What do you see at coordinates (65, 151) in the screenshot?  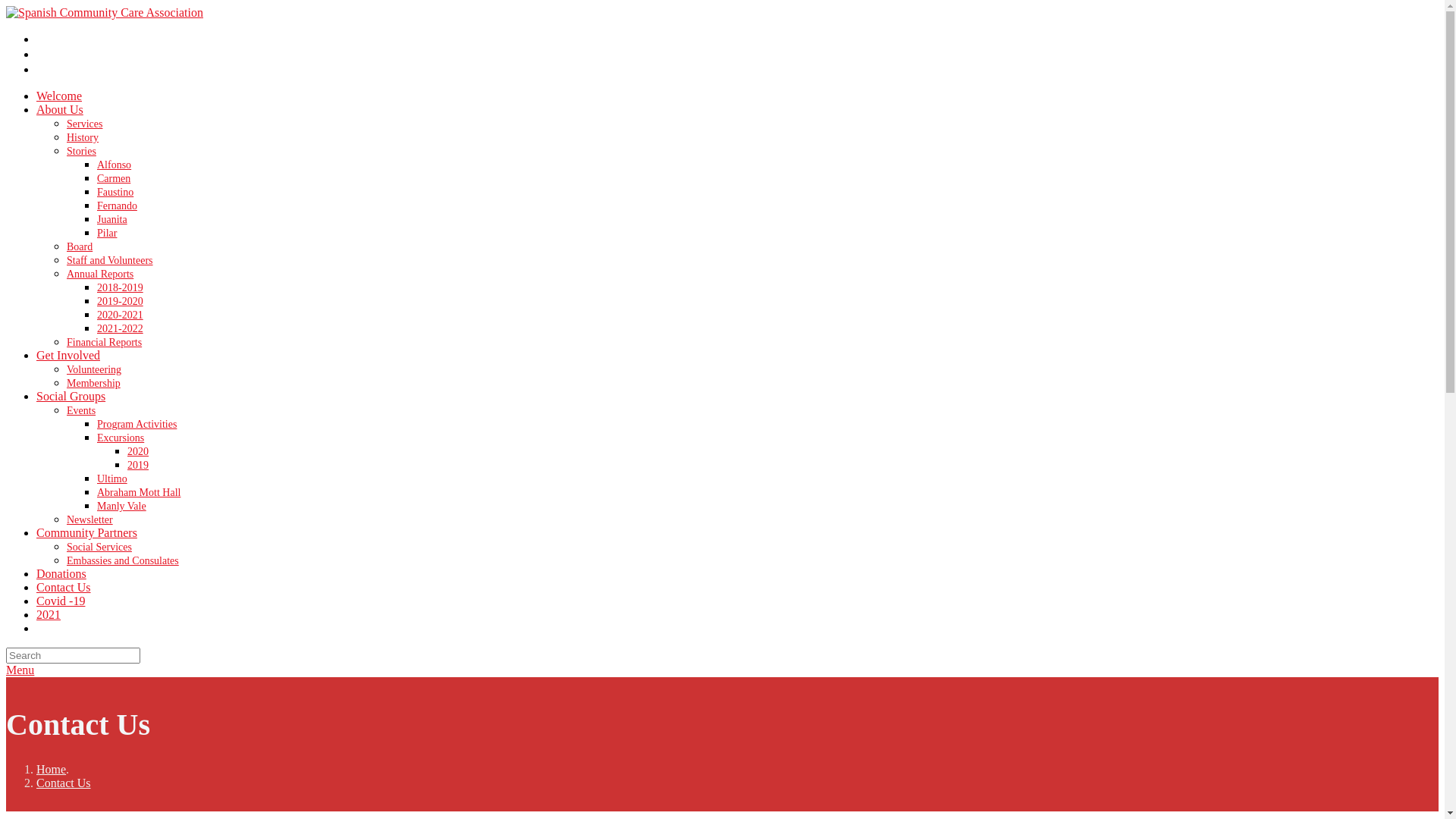 I see `'Stories'` at bounding box center [65, 151].